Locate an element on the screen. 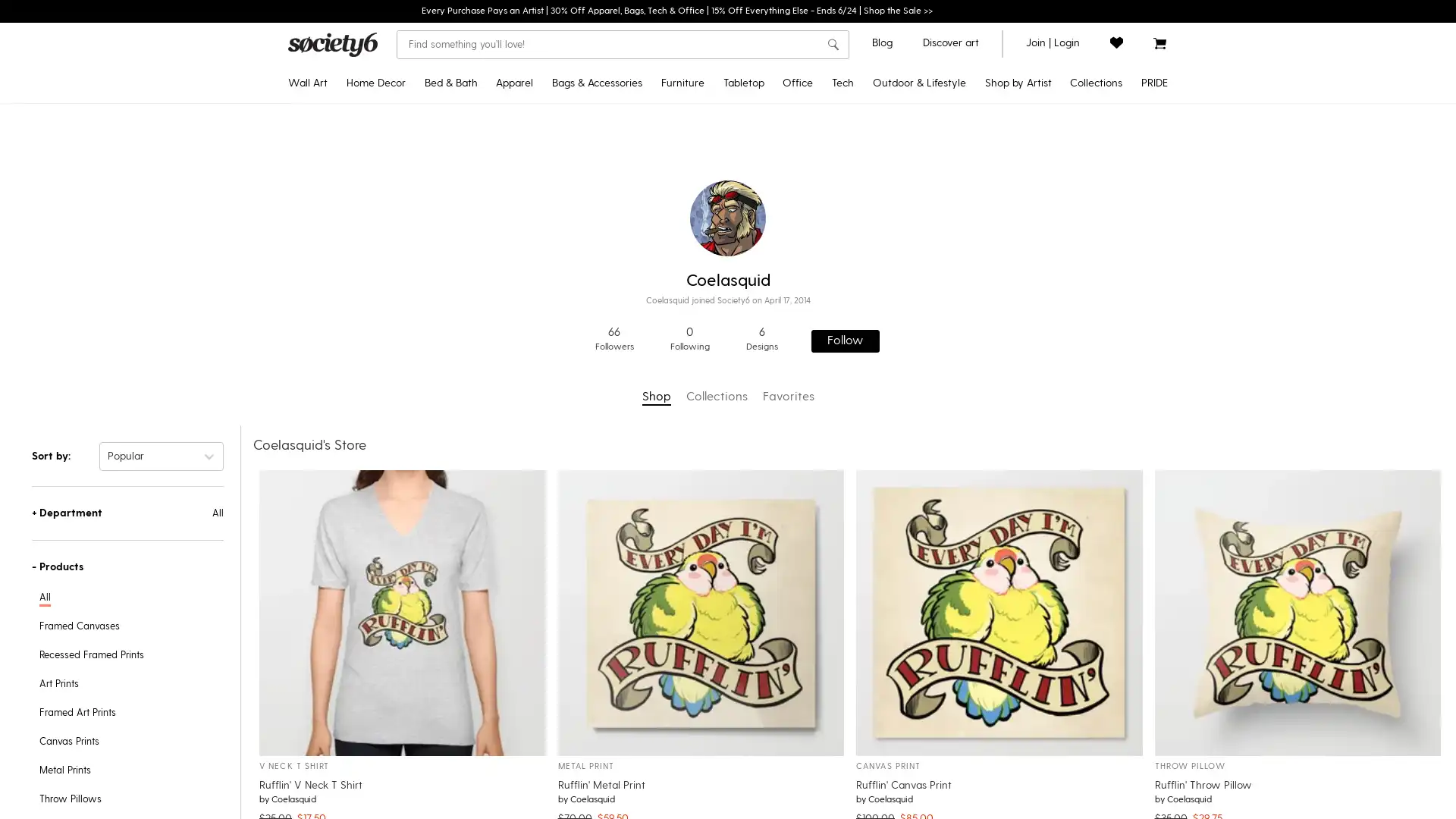 The width and height of the screenshot is (1456, 819). Laptop Sleeves is located at coordinates (896, 315).